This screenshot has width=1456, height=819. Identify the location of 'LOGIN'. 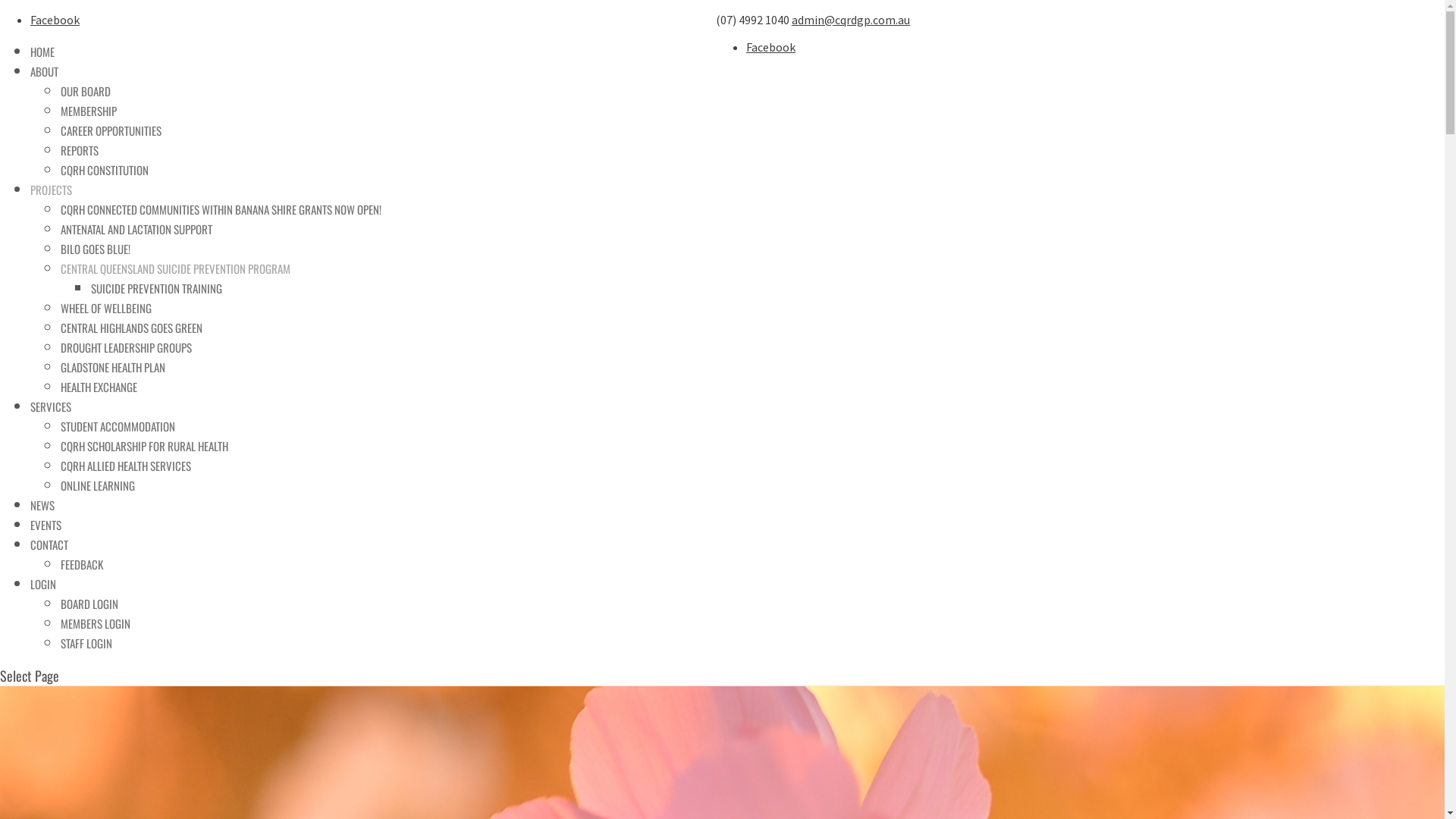
(43, 583).